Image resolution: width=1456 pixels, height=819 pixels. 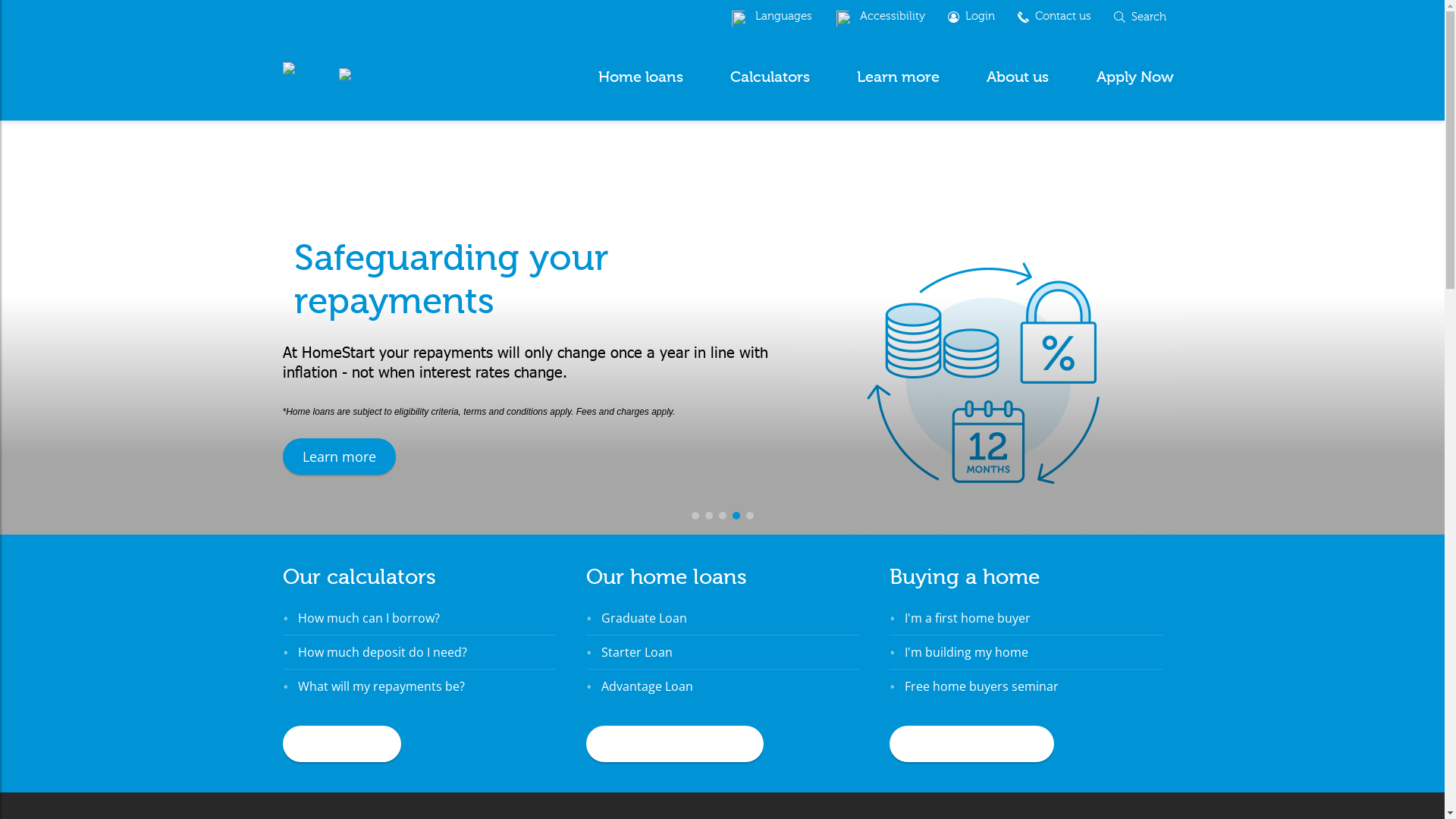 I want to click on 'I'm building my home', so click(x=965, y=651).